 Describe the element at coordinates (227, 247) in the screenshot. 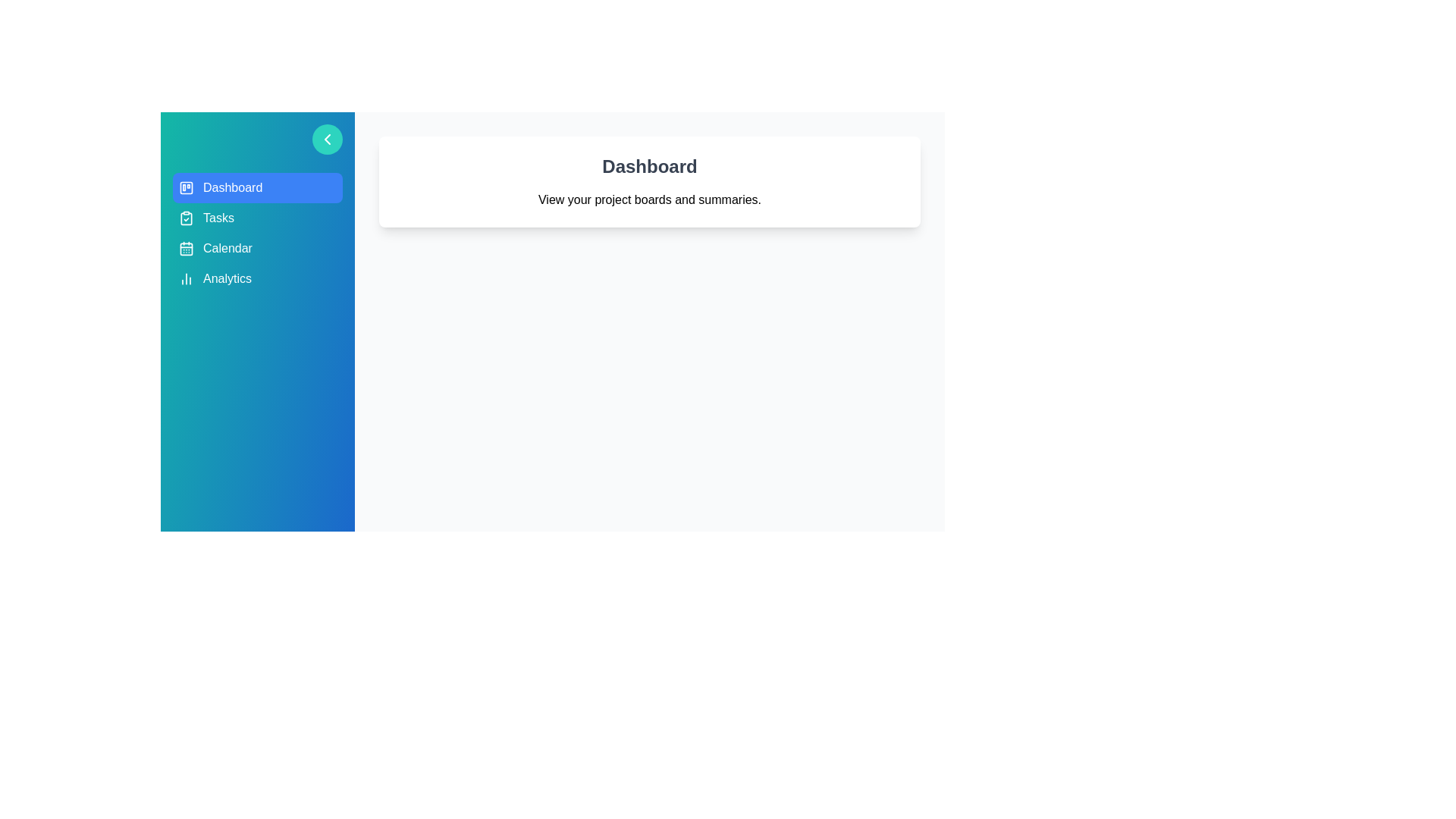

I see `the text label displaying 'Calendar' which is the third item in the sidebar menu on the left side of the interface` at that location.